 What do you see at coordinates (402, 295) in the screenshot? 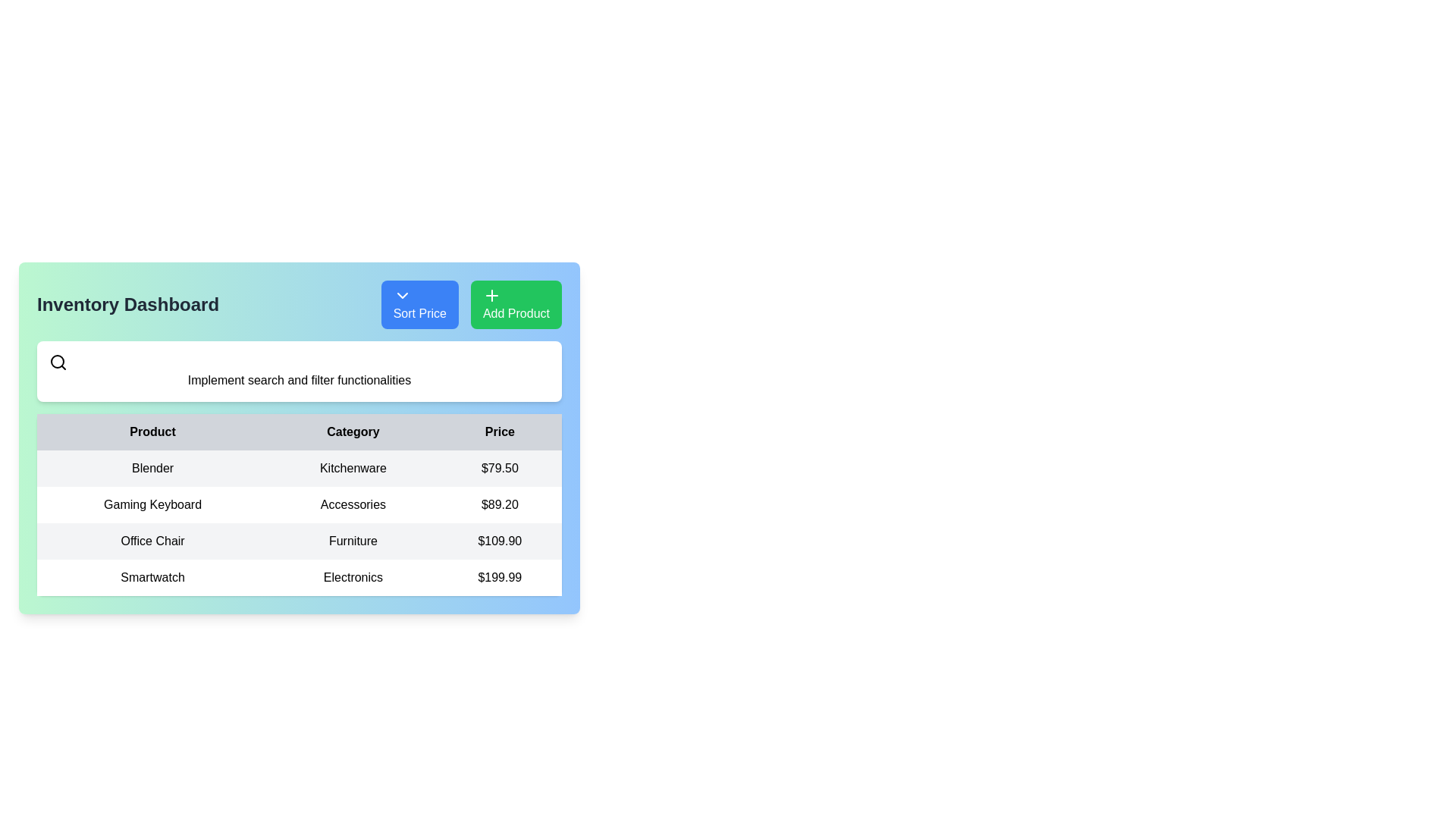
I see `the downward-pointing chevron icon within the 'Sort Price' button` at bounding box center [402, 295].